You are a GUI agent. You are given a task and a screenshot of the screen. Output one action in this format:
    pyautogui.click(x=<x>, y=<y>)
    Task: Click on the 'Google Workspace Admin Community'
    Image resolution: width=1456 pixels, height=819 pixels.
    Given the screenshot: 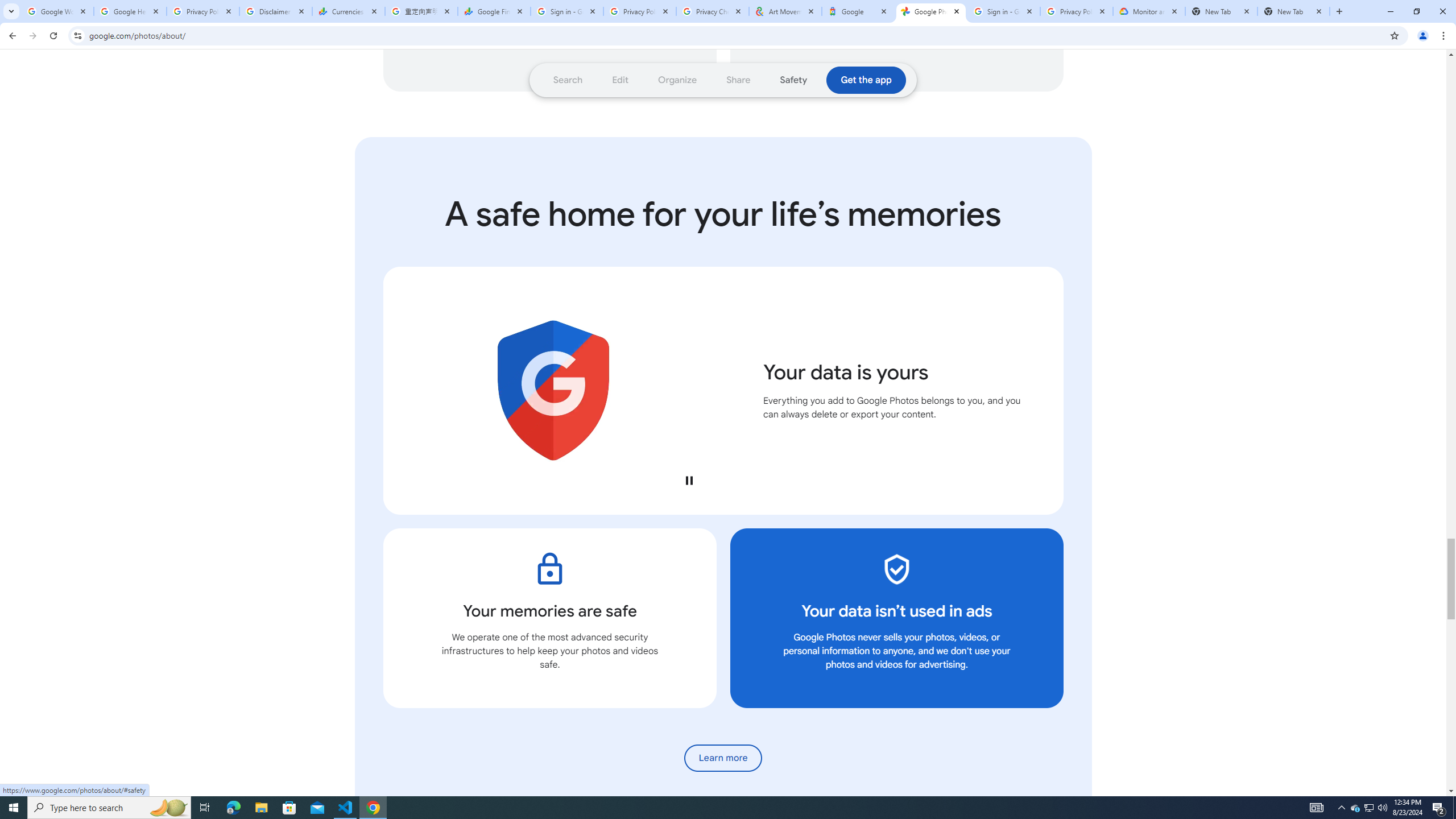 What is the action you would take?
    pyautogui.click(x=57, y=11)
    